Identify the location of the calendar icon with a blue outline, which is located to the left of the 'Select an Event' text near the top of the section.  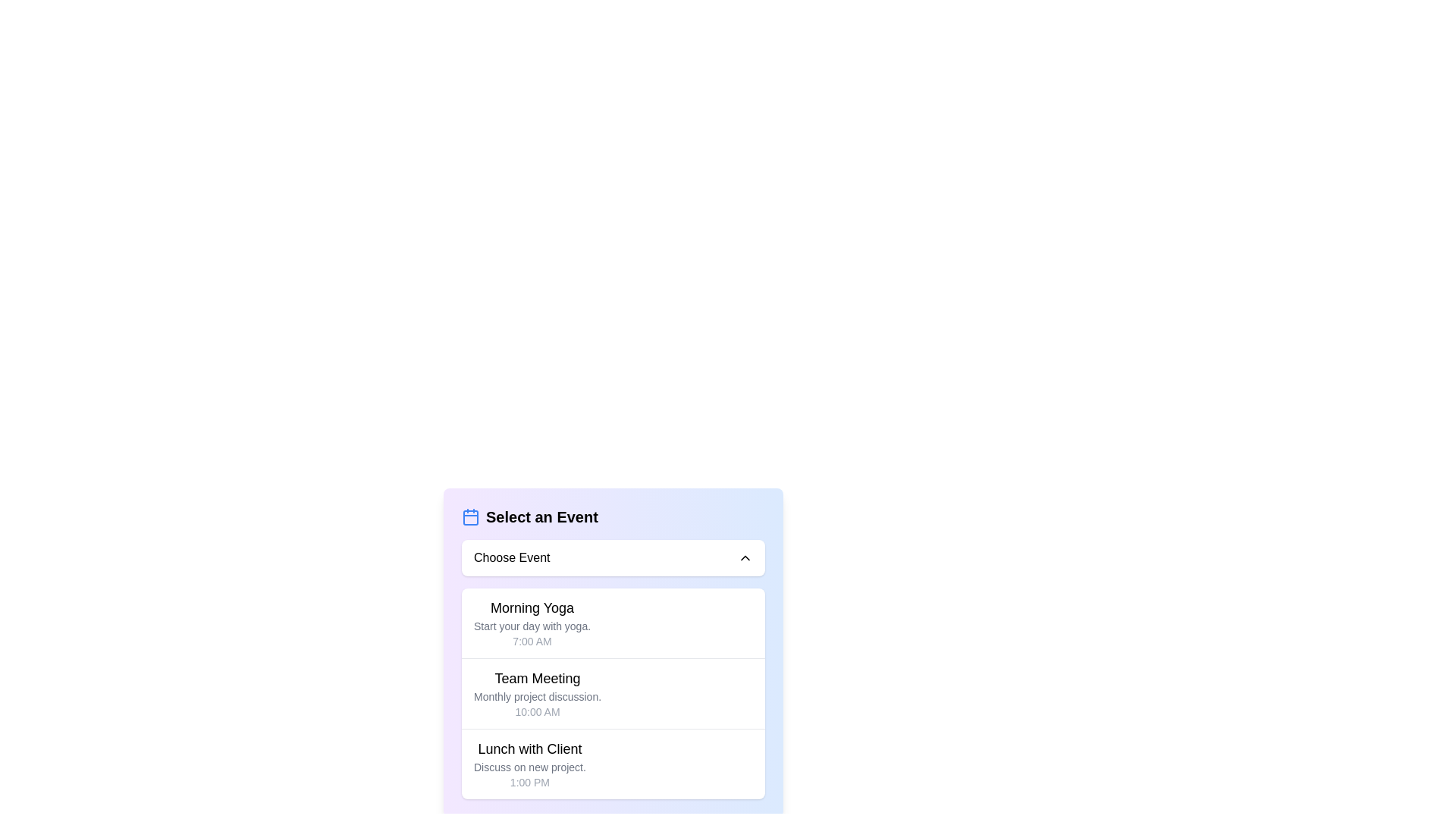
(469, 516).